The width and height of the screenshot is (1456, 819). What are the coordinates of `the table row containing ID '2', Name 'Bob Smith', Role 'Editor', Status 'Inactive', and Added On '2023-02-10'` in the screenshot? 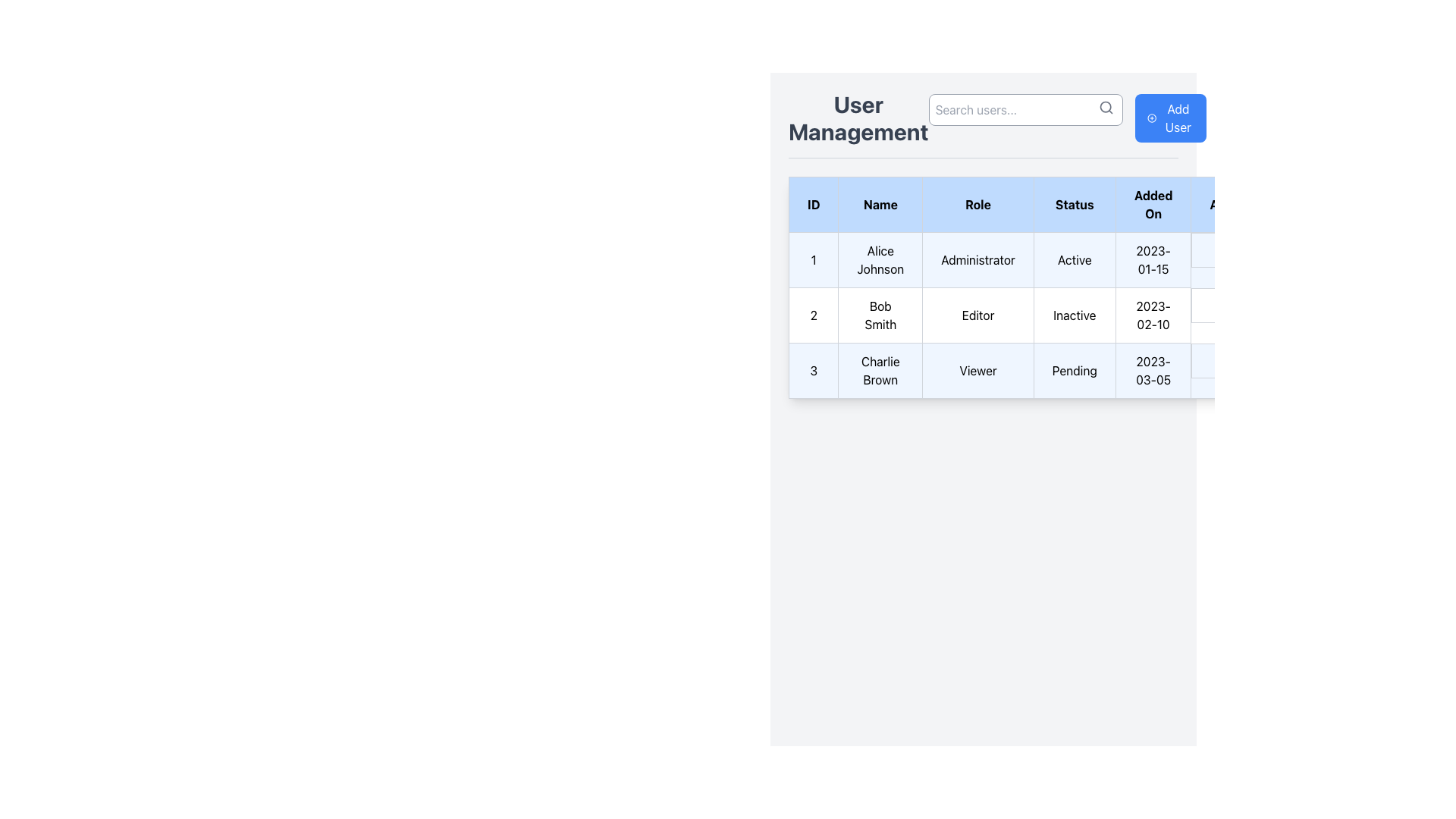 It's located at (1031, 315).